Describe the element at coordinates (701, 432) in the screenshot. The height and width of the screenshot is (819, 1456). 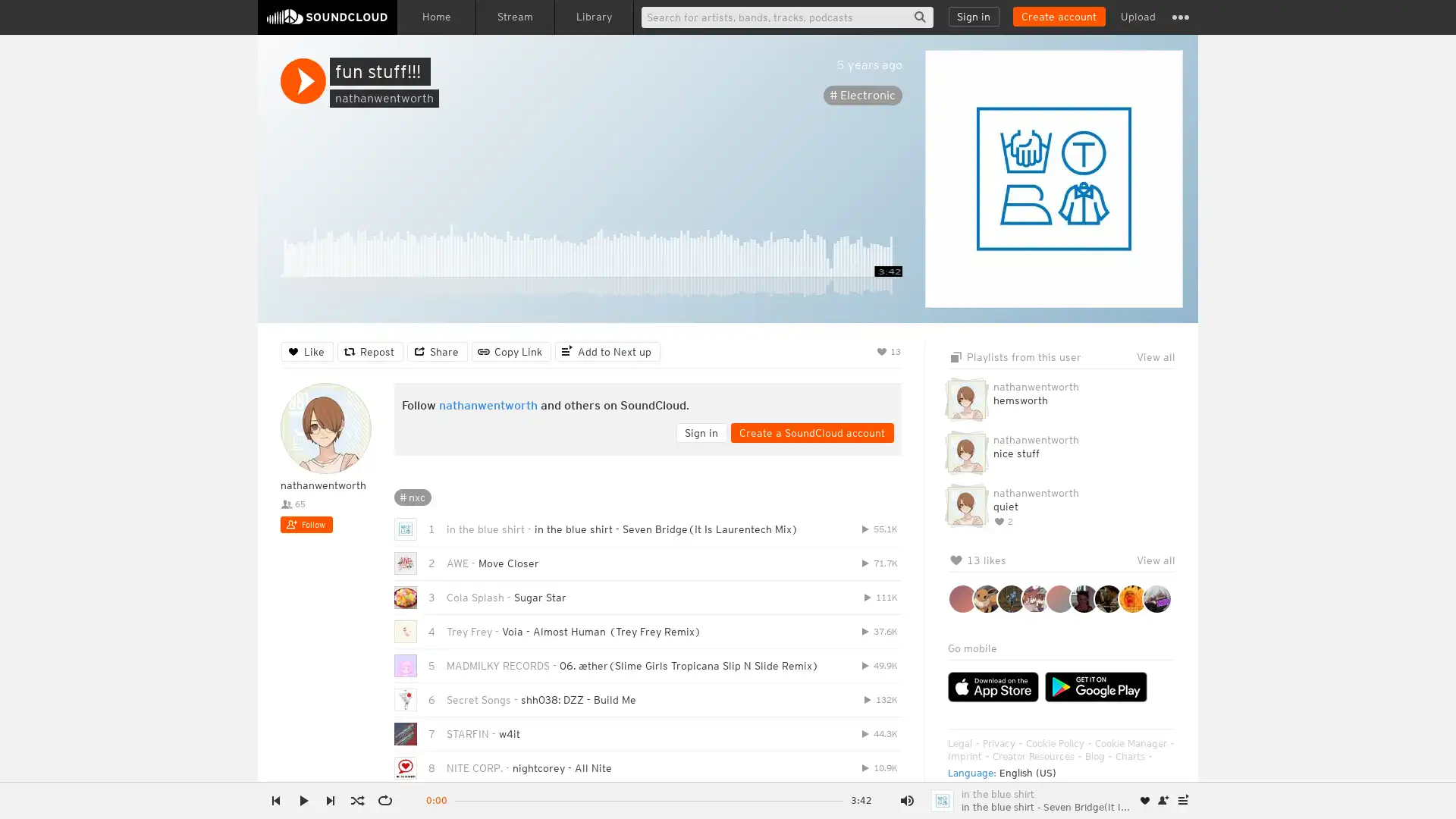
I see `Sign in` at that location.